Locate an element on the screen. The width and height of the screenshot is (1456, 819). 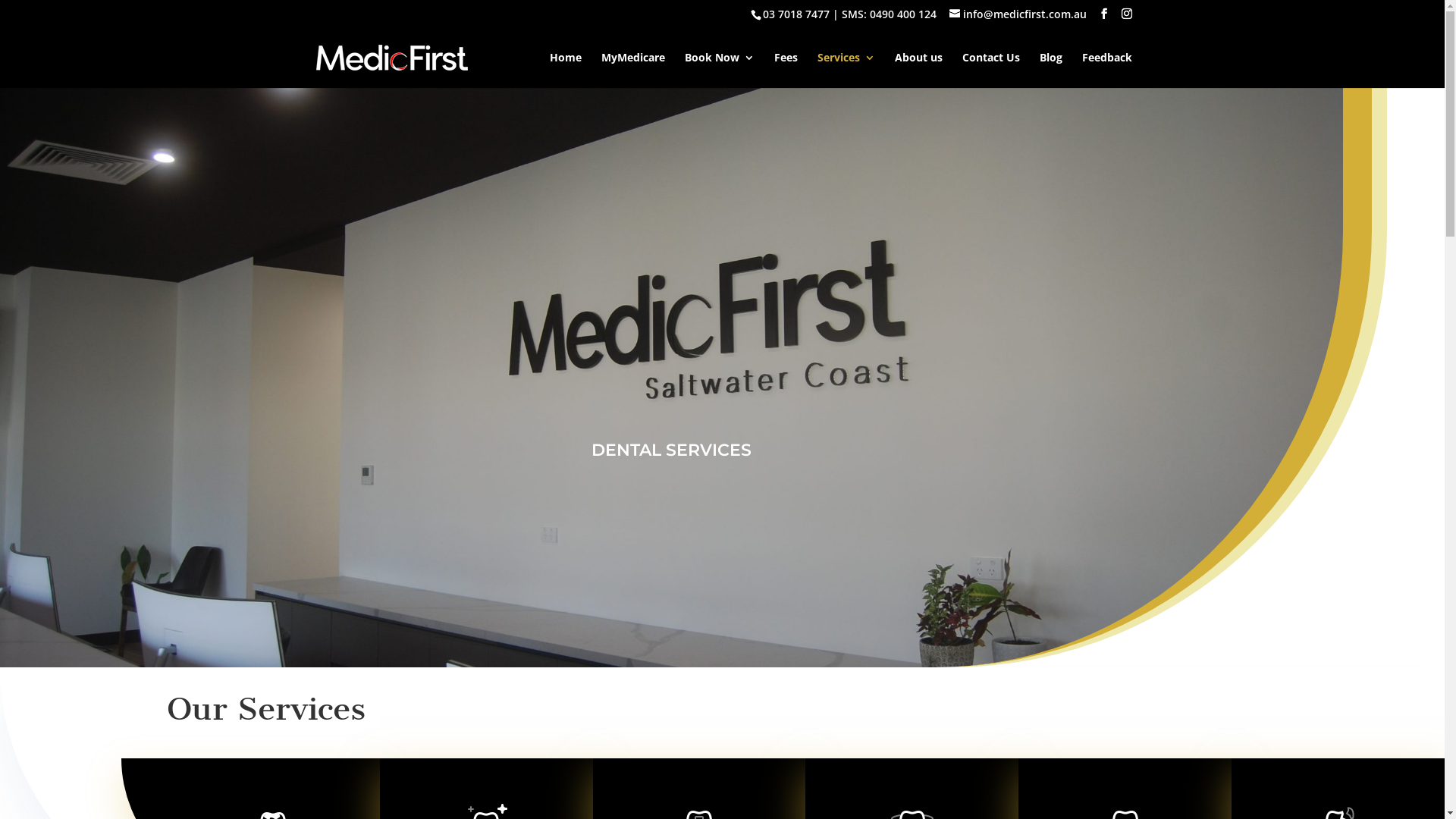
'About us' is located at coordinates (918, 70).